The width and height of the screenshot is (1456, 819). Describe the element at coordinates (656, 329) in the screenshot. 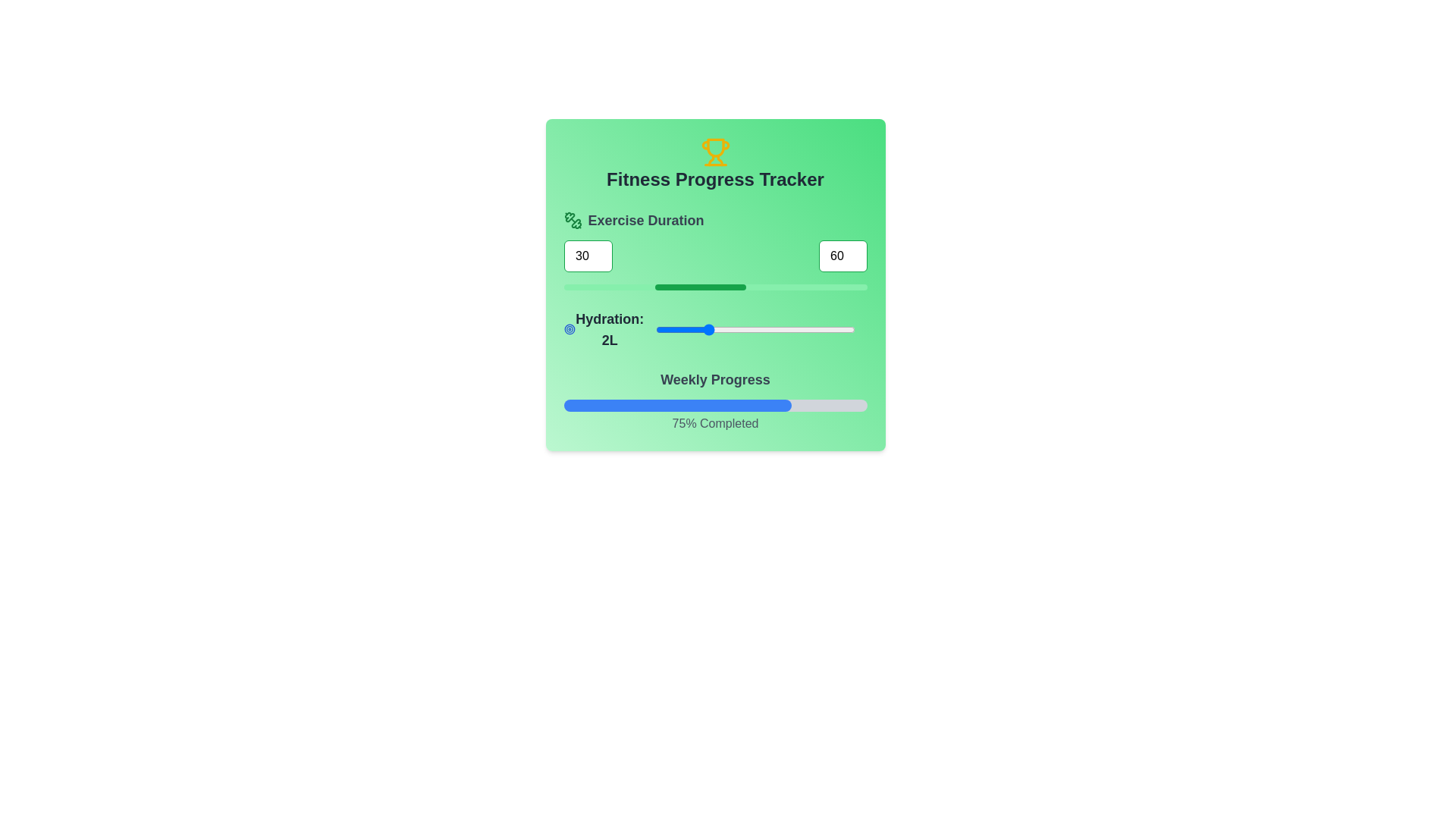

I see `hydration level` at that location.